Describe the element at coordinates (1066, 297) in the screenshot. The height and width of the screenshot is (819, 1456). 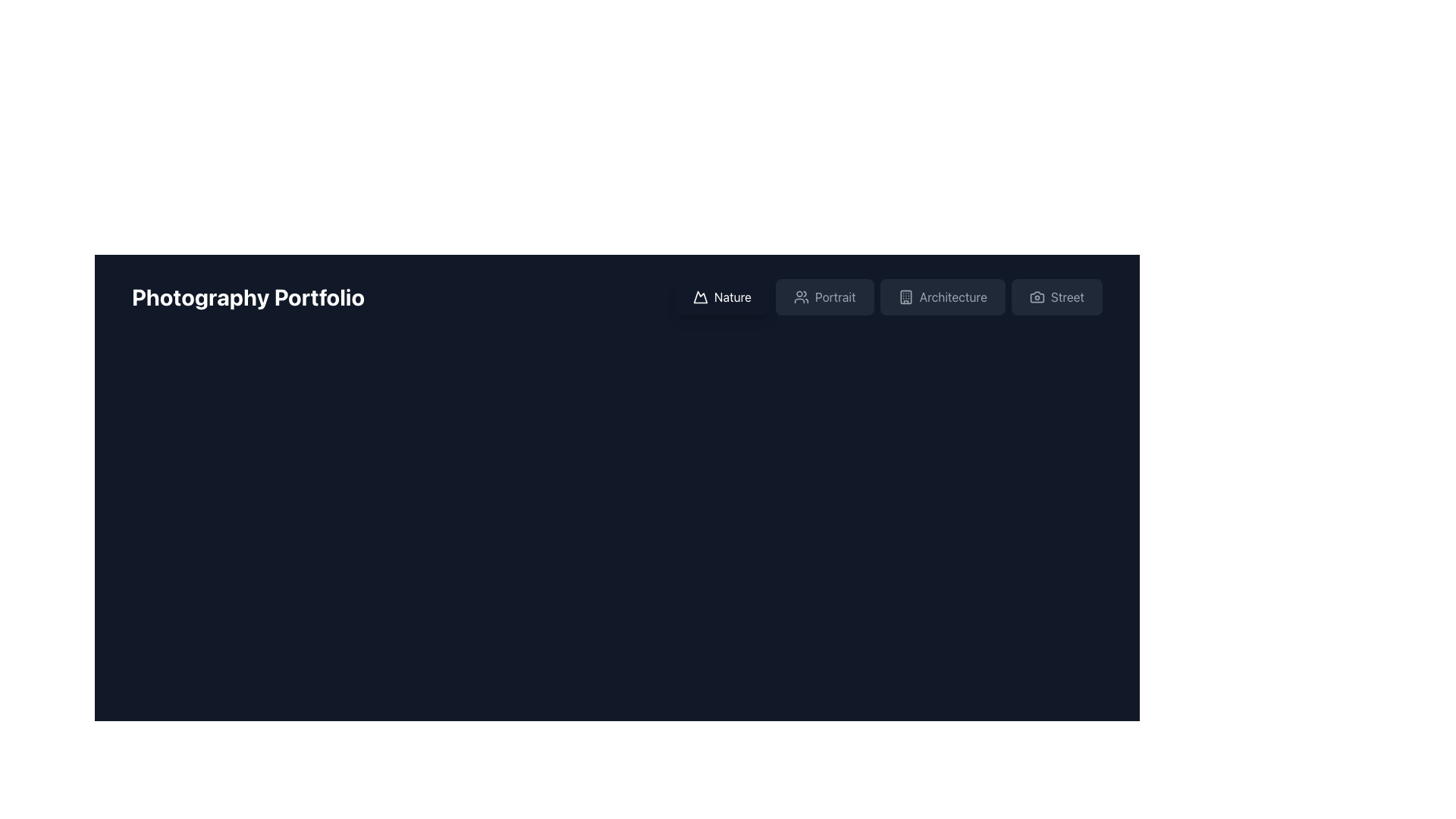
I see `the 'Street' label in the fourth column of the horizontal navigation bar` at that location.